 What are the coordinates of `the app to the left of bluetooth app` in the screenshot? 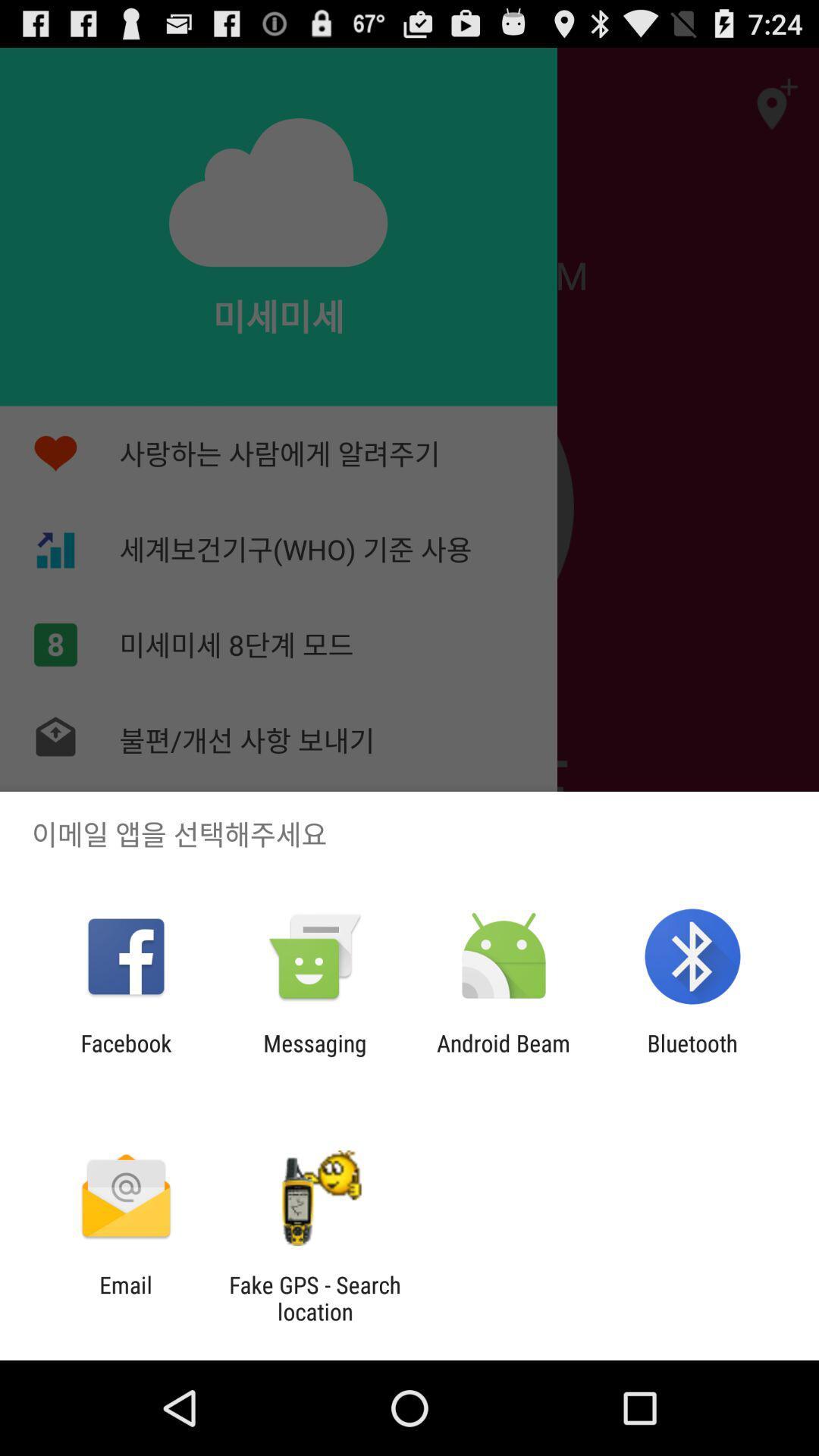 It's located at (504, 1056).